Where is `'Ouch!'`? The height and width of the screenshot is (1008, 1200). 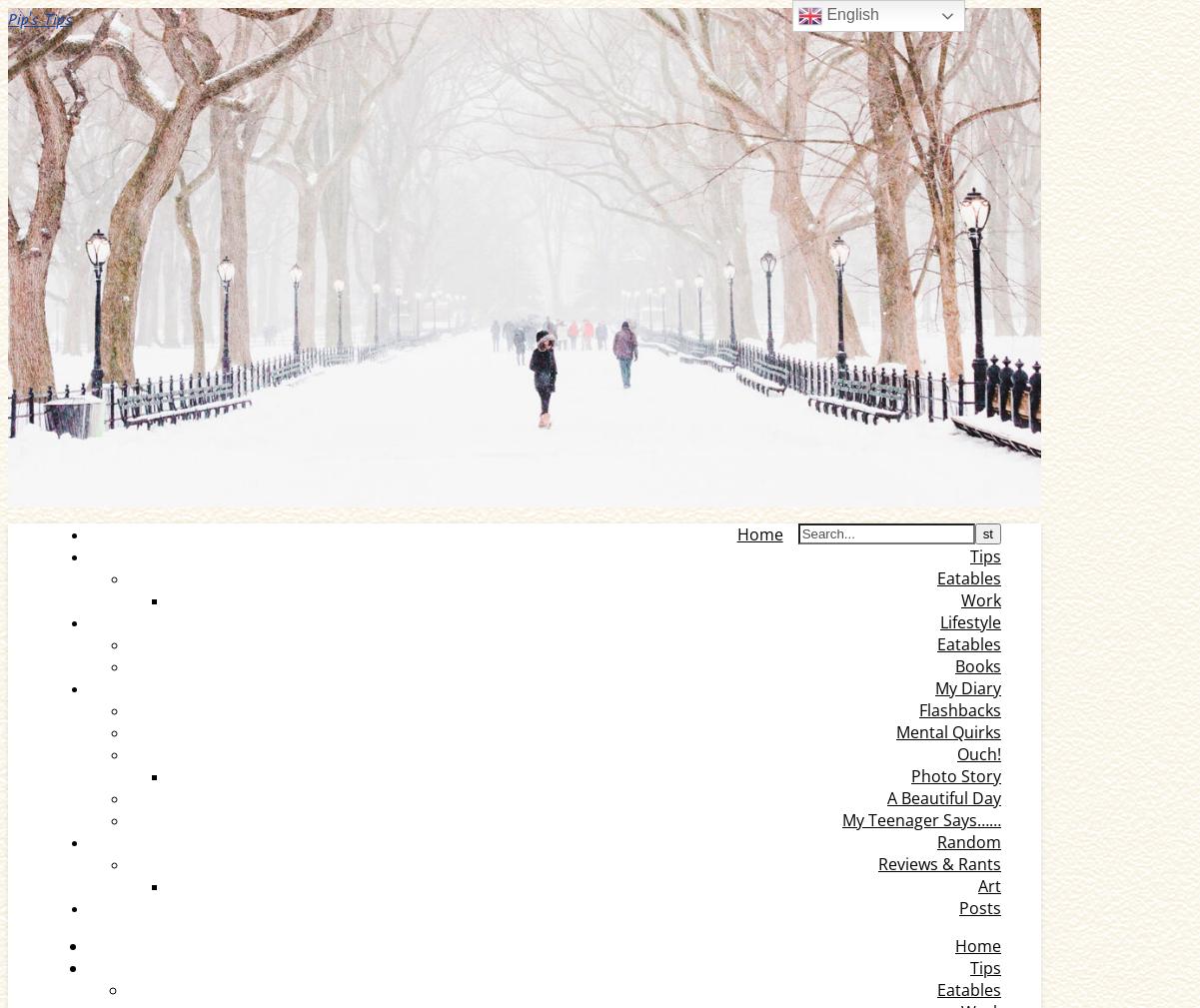
'Ouch!' is located at coordinates (979, 754).